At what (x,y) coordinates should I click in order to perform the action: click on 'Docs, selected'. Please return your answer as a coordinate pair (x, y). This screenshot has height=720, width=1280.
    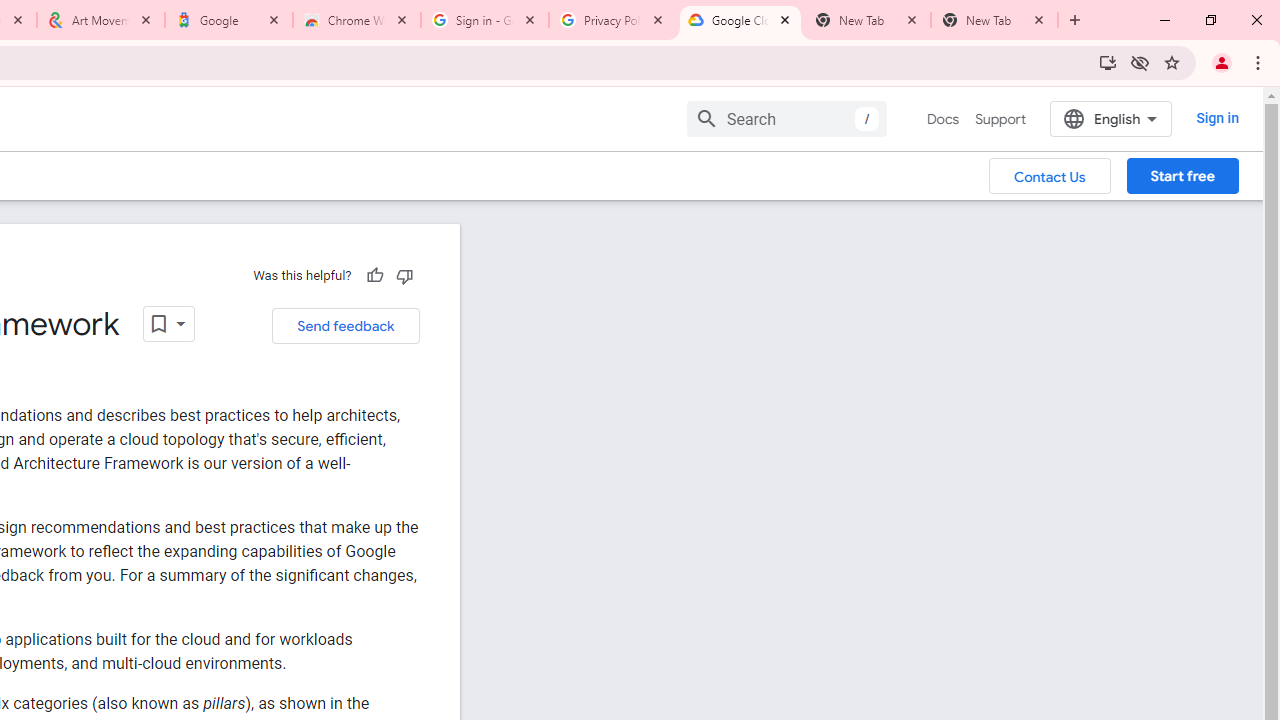
    Looking at the image, I should click on (941, 119).